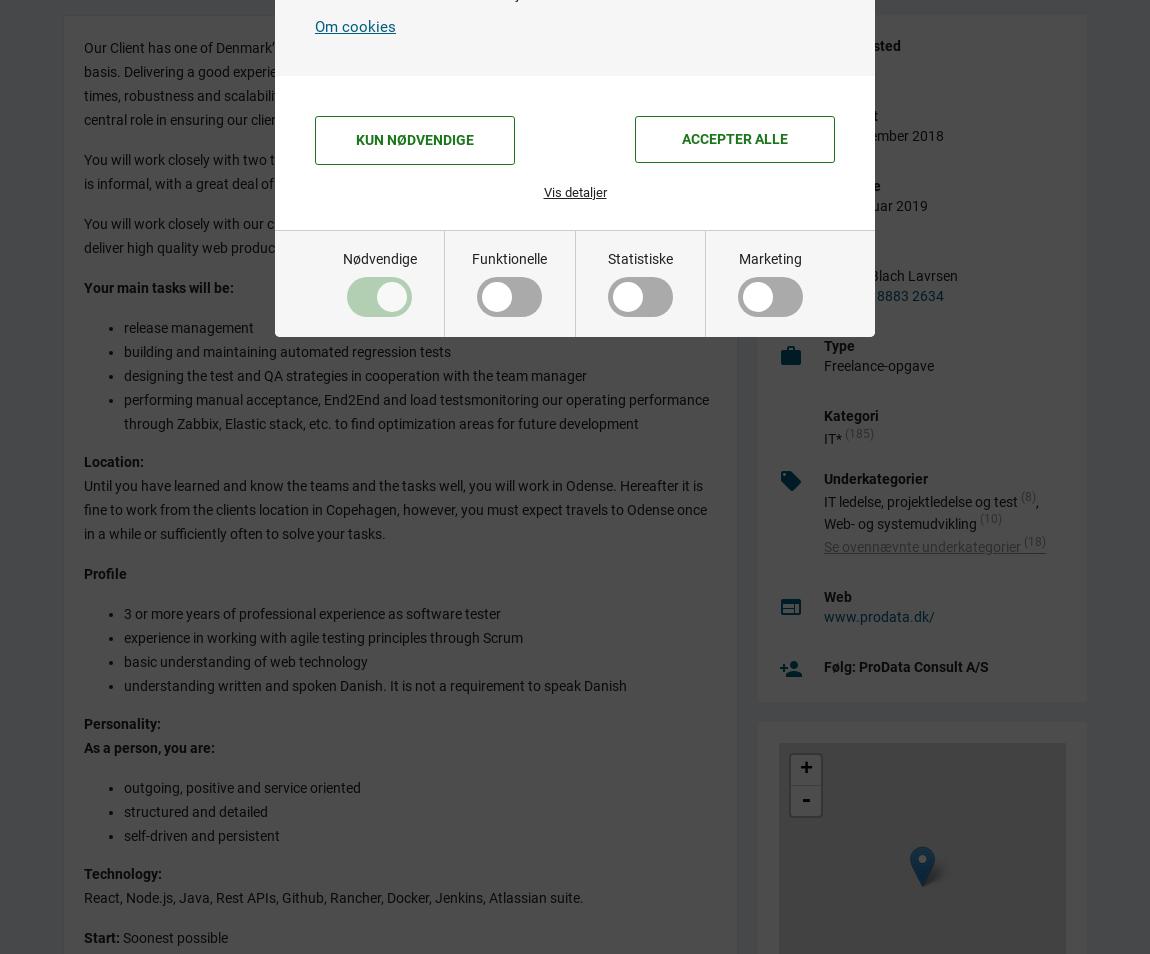 This screenshot has width=1150, height=954. Describe the element at coordinates (114, 460) in the screenshot. I see `'Location:'` at that location.